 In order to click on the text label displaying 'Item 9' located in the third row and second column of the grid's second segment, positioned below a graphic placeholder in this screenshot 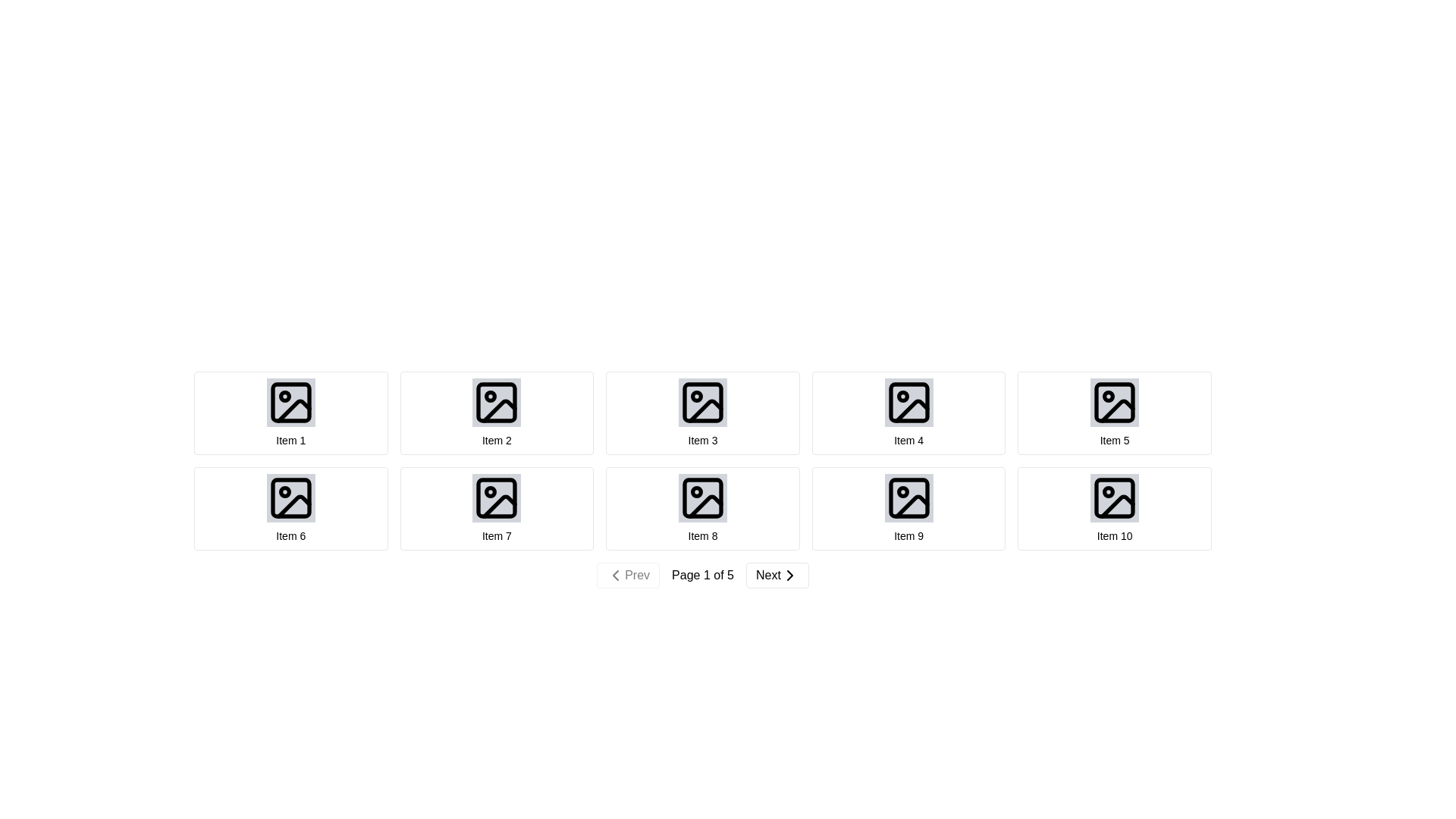, I will do `click(908, 535)`.